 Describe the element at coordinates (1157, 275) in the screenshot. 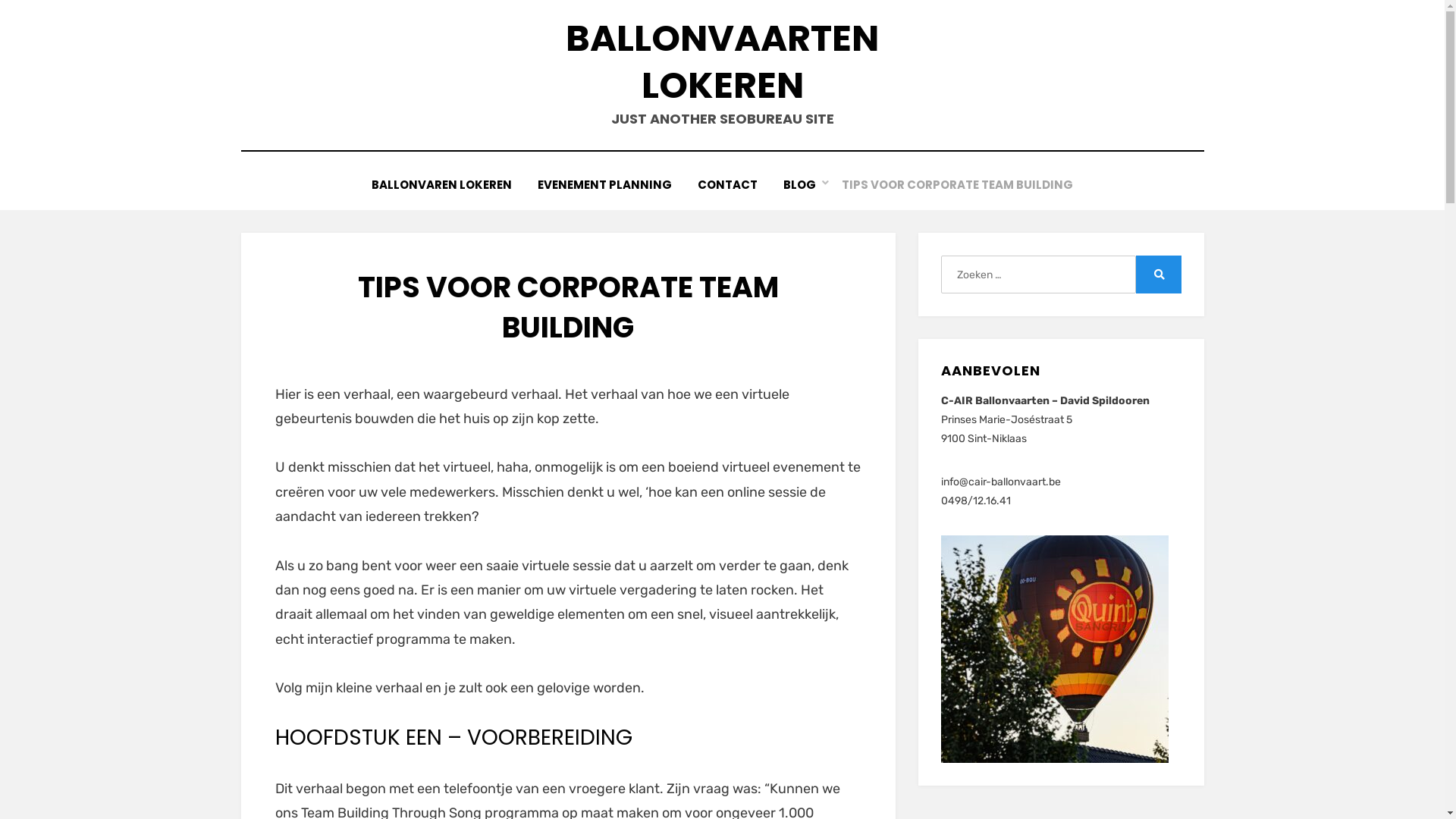

I see `'Zoeken'` at that location.